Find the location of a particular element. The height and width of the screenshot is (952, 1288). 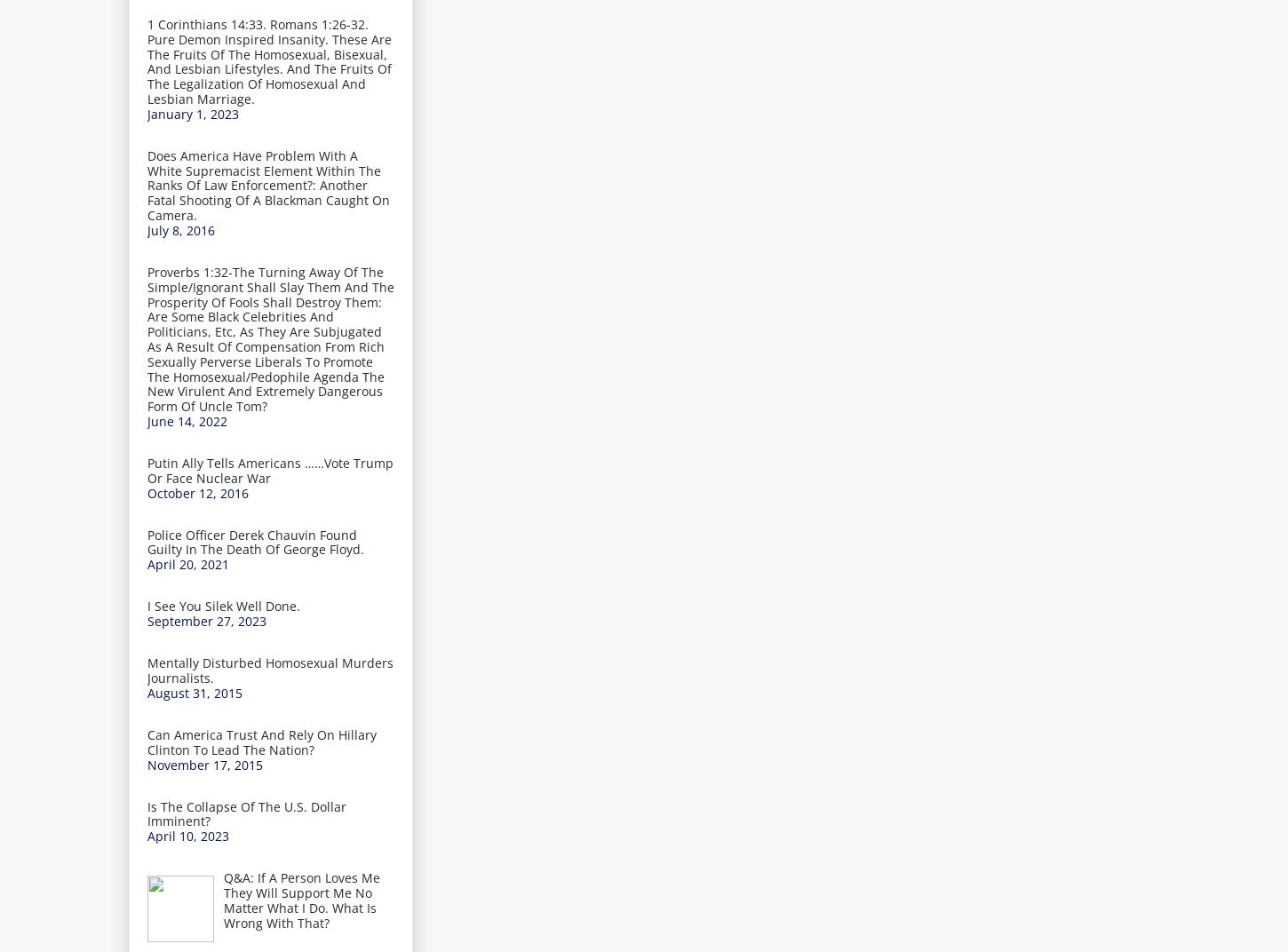

'Mentally Disturbed Homosexual Murders Journalists.' is located at coordinates (270, 670).